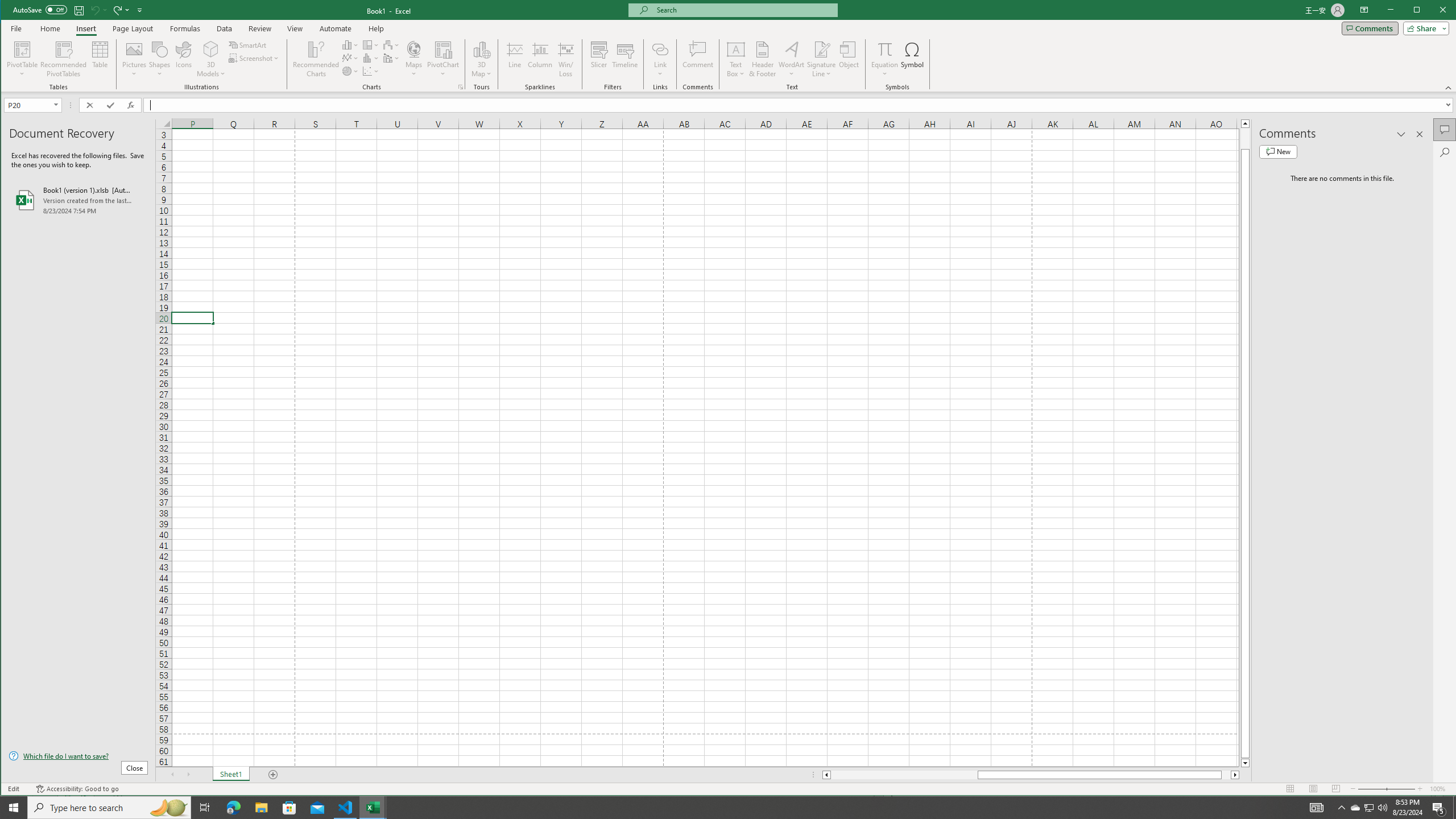 The width and height of the screenshot is (1456, 819). Describe the element at coordinates (1317, 806) in the screenshot. I see `'AutomationID: 4105'` at that location.